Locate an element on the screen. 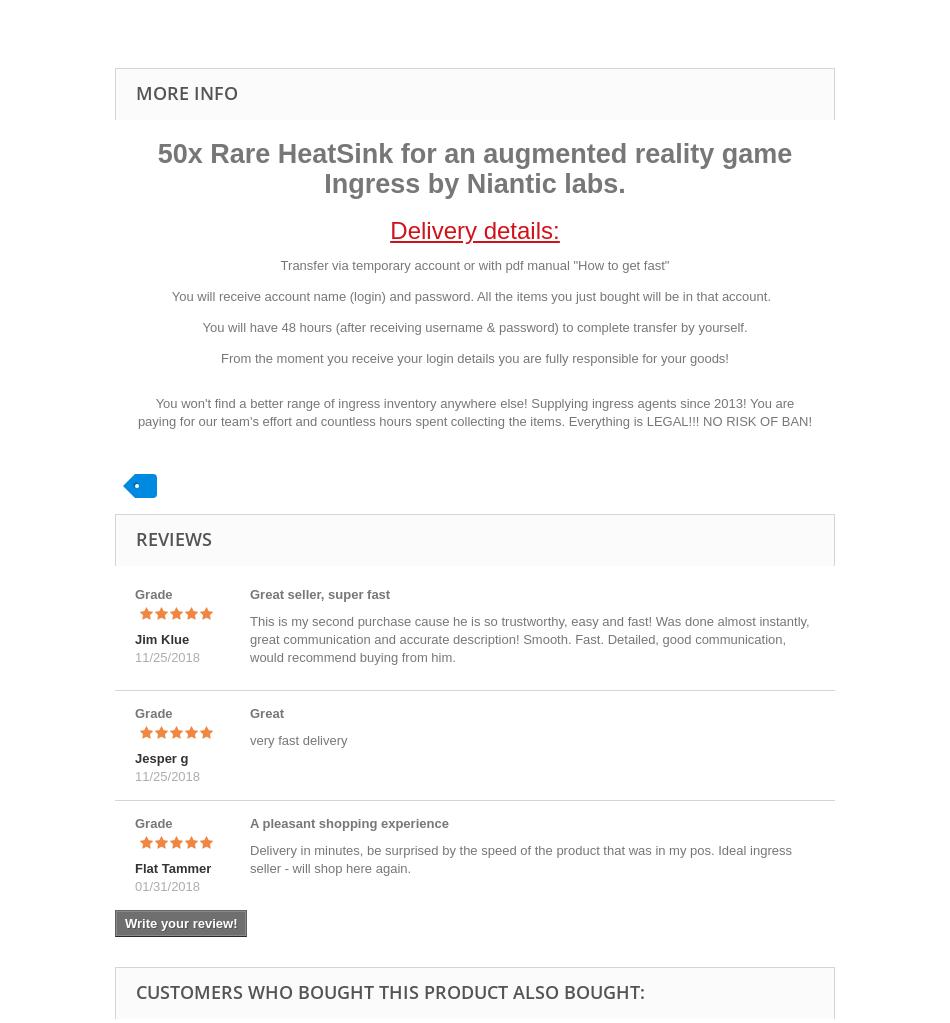 The height and width of the screenshot is (1023, 950). 'This is my second purchase cause he is so trustworthy, easy and fast! Was done almost instantly, great communication and accurate description! Smooth. Fast. Detailed, good communication, would recommend buying from him.' is located at coordinates (529, 639).